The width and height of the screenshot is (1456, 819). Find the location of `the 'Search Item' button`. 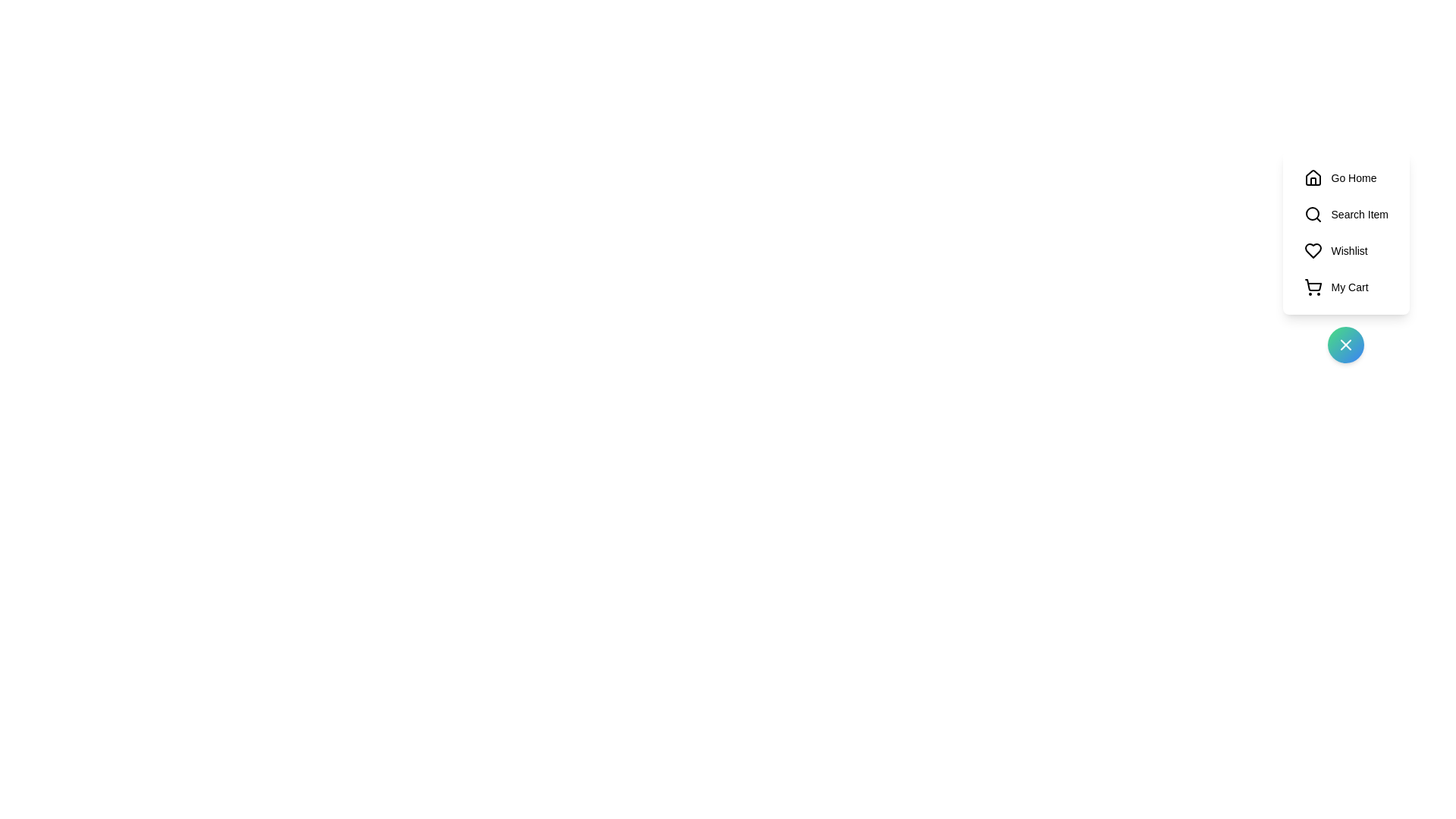

the 'Search Item' button is located at coordinates (1346, 214).